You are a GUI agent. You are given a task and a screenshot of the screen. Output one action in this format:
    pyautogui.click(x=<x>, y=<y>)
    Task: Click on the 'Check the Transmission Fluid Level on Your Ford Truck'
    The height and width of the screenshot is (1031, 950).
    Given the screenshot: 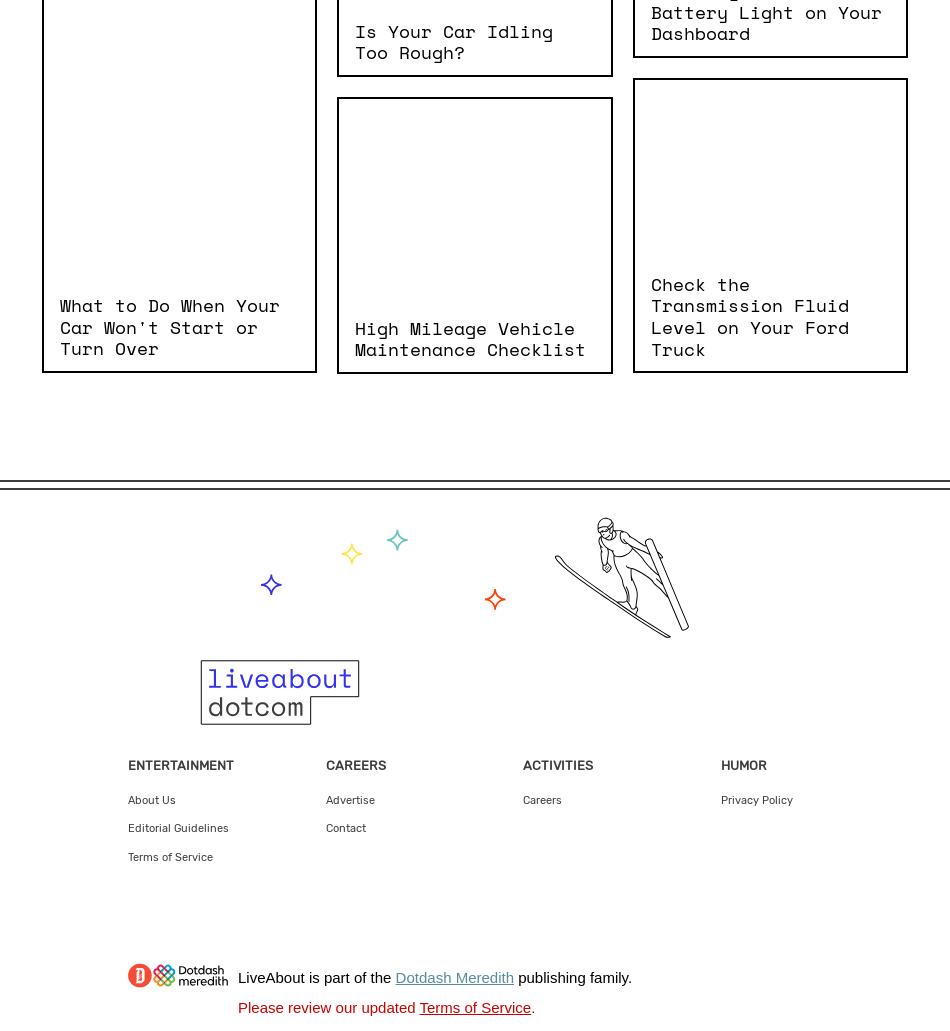 What is the action you would take?
    pyautogui.click(x=747, y=314)
    